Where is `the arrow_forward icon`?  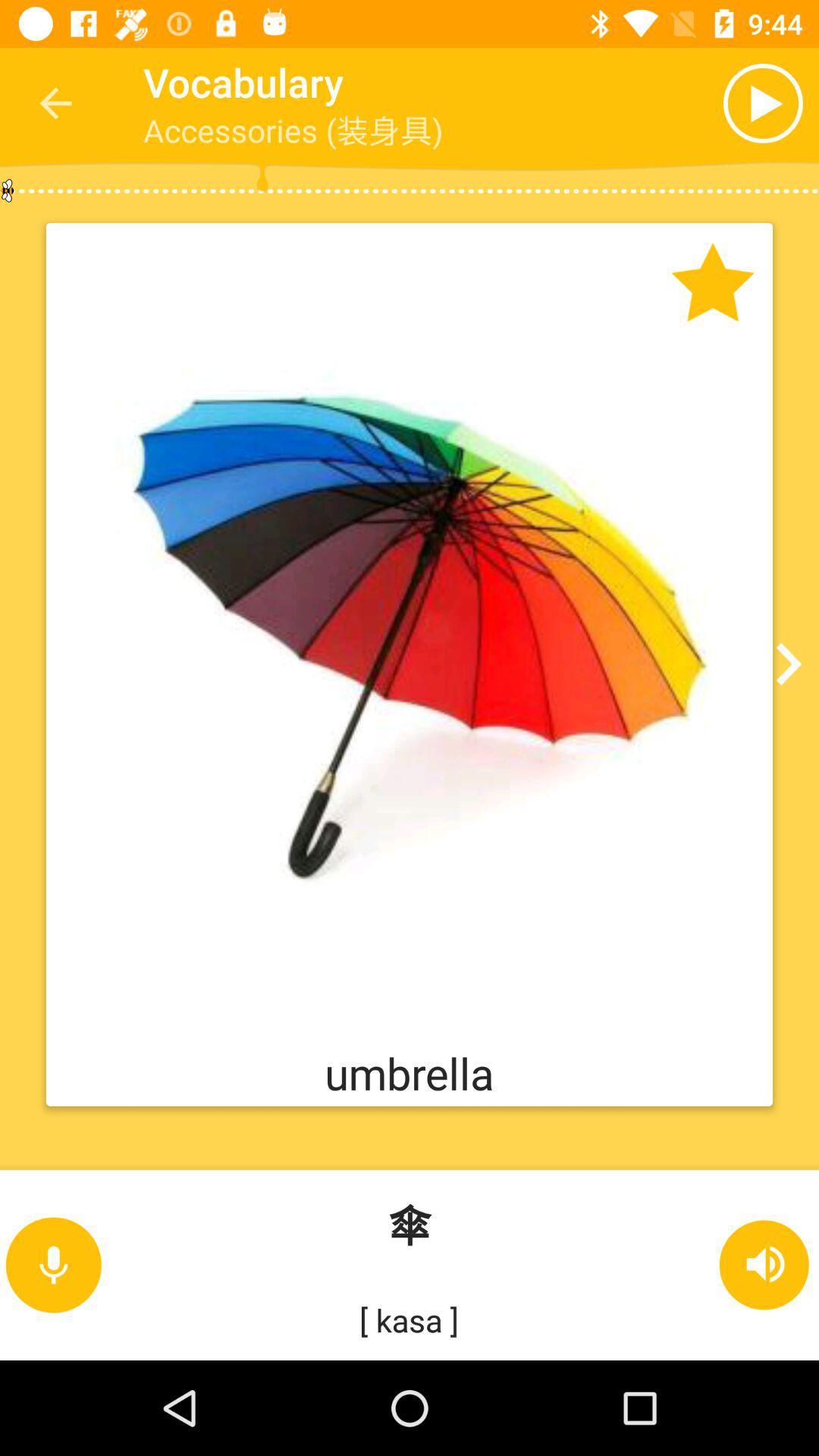
the arrow_forward icon is located at coordinates (783, 664).